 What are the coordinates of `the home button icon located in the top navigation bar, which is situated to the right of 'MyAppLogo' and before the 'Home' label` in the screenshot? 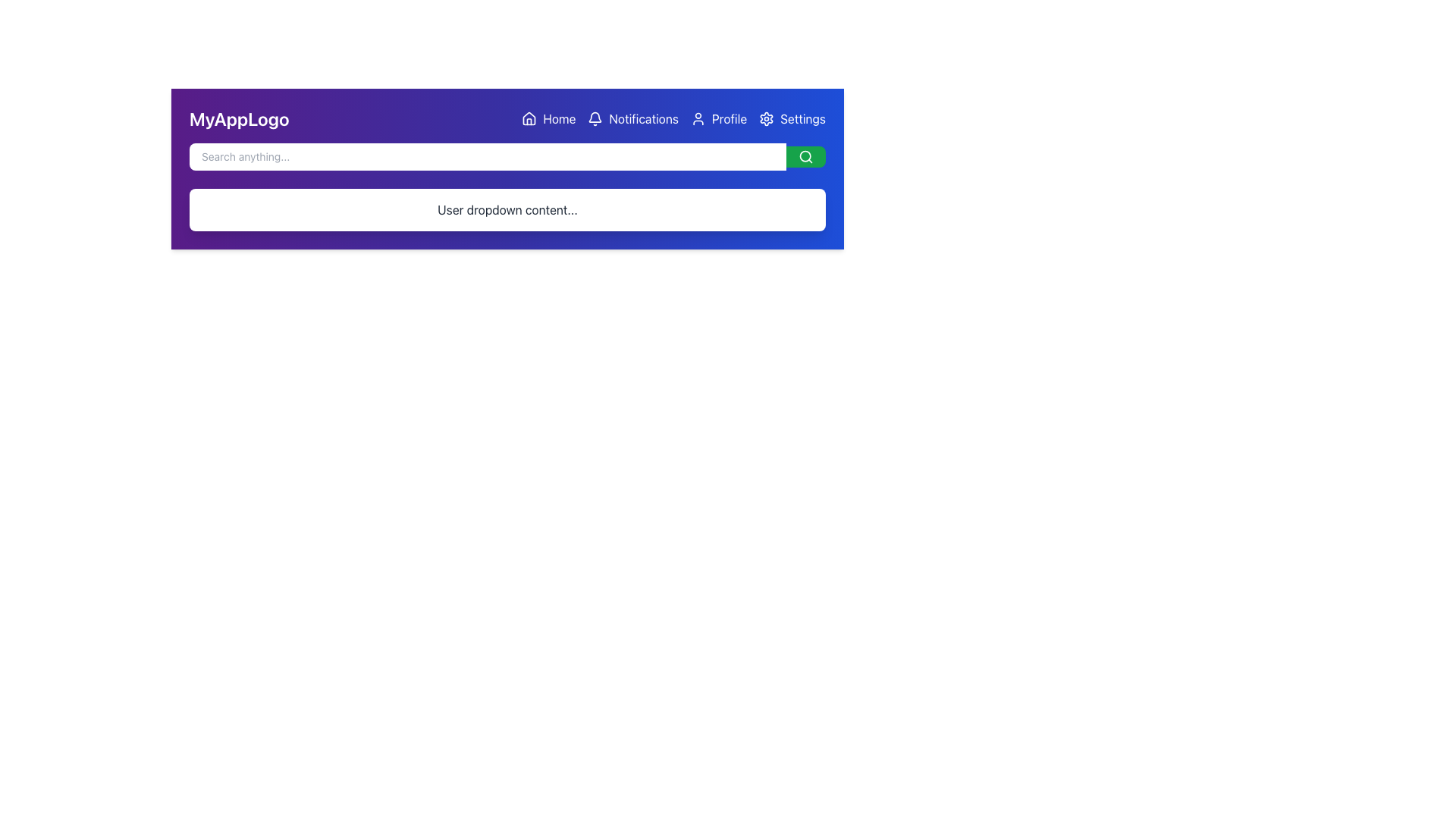 It's located at (529, 118).